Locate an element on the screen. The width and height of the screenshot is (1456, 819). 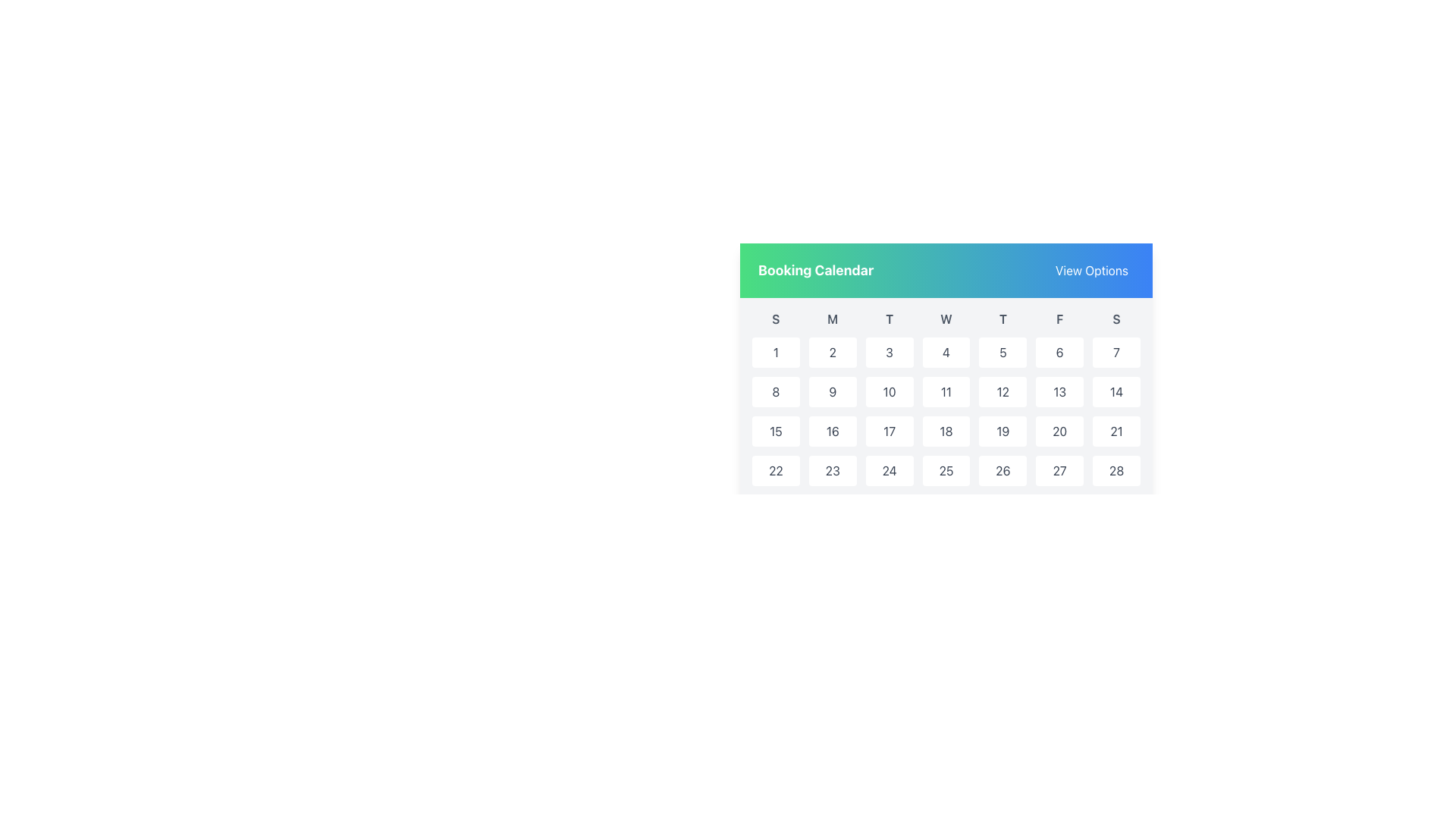
the bold, centered letter 'F' in dark gray color, which represents 'Friday' in the calendar header's days of the week layout is located at coordinates (1059, 318).